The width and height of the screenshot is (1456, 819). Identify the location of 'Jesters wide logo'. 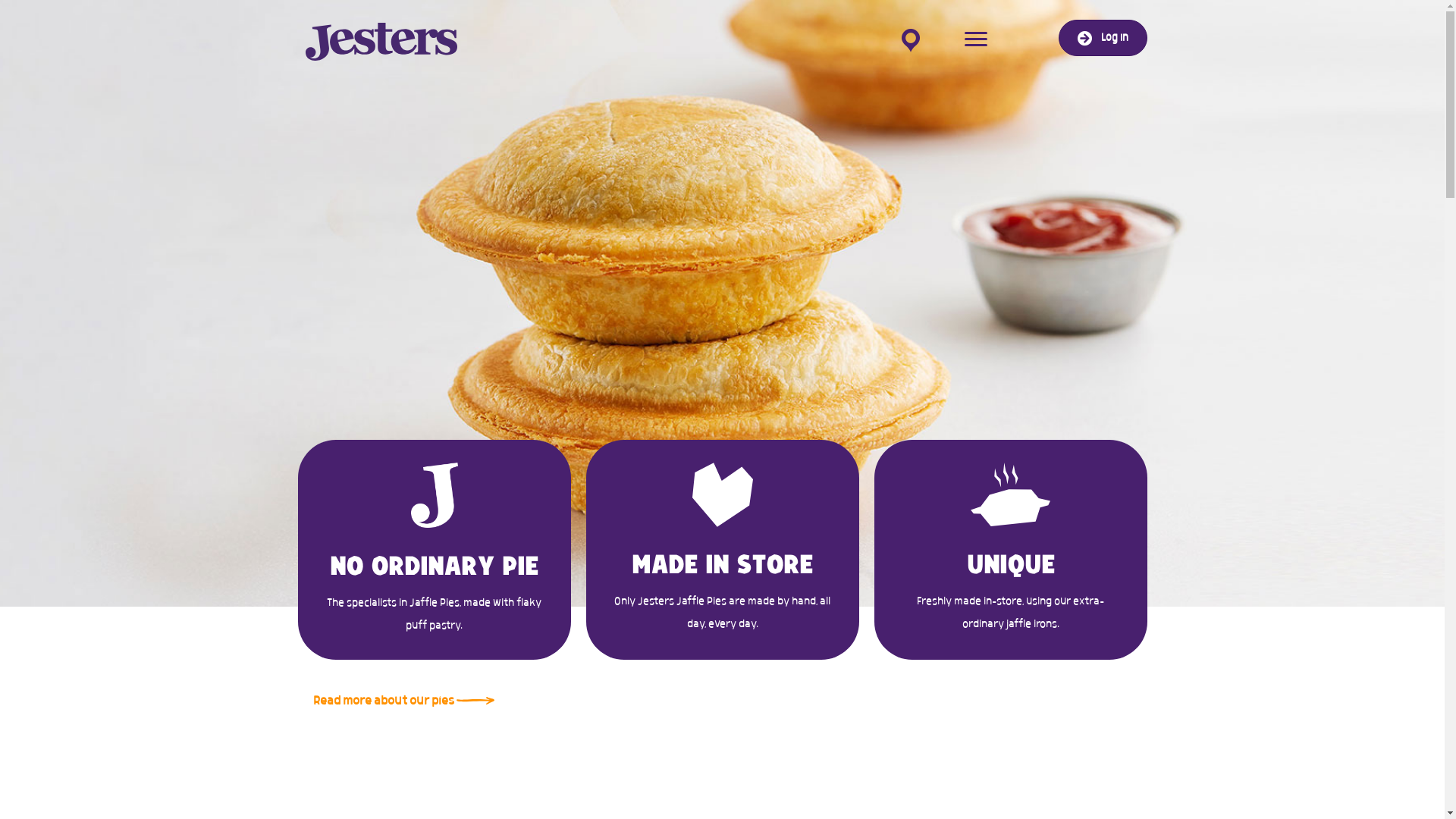
(381, 40).